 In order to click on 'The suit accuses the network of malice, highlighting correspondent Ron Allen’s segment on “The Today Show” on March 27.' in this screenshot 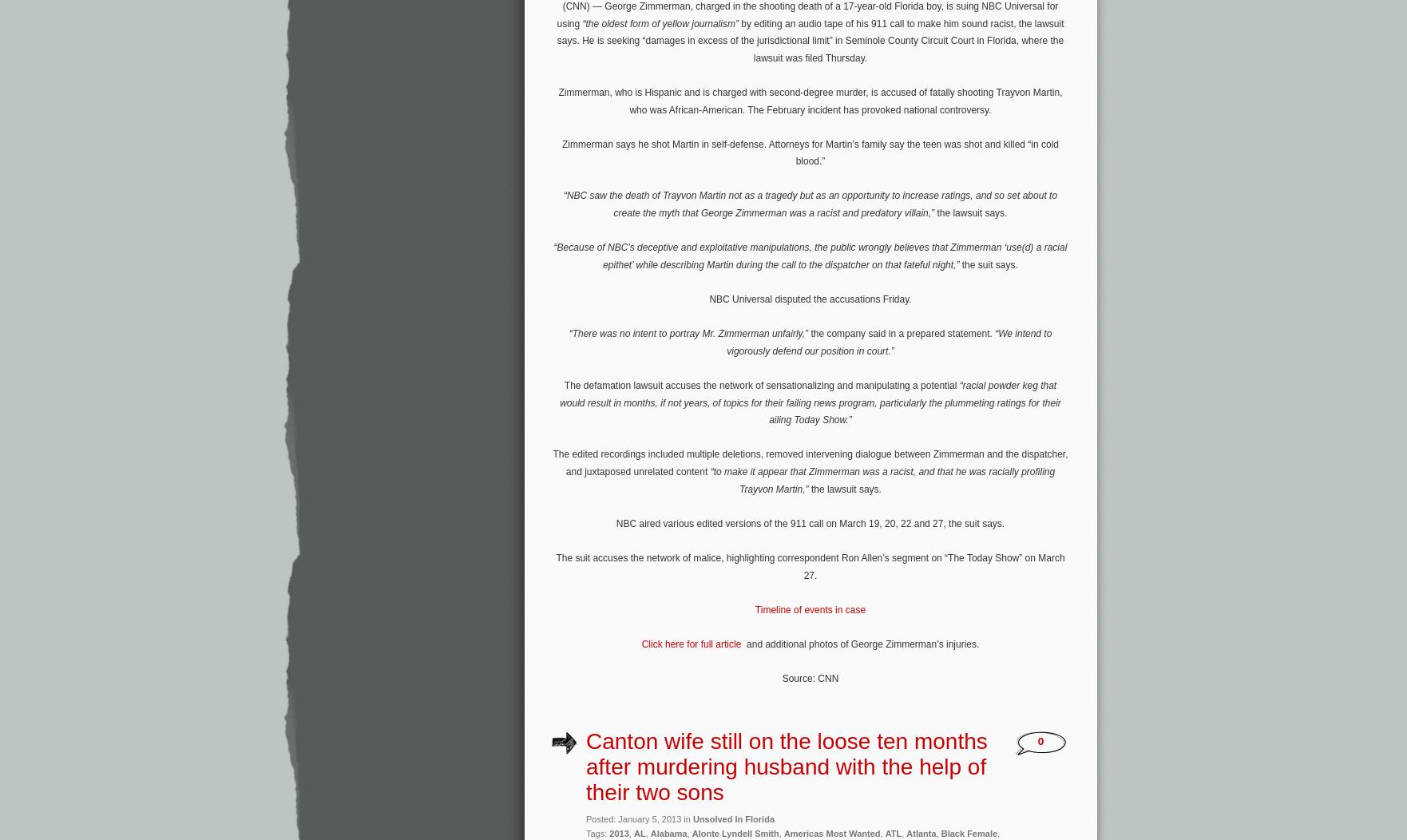, I will do `click(810, 566)`.